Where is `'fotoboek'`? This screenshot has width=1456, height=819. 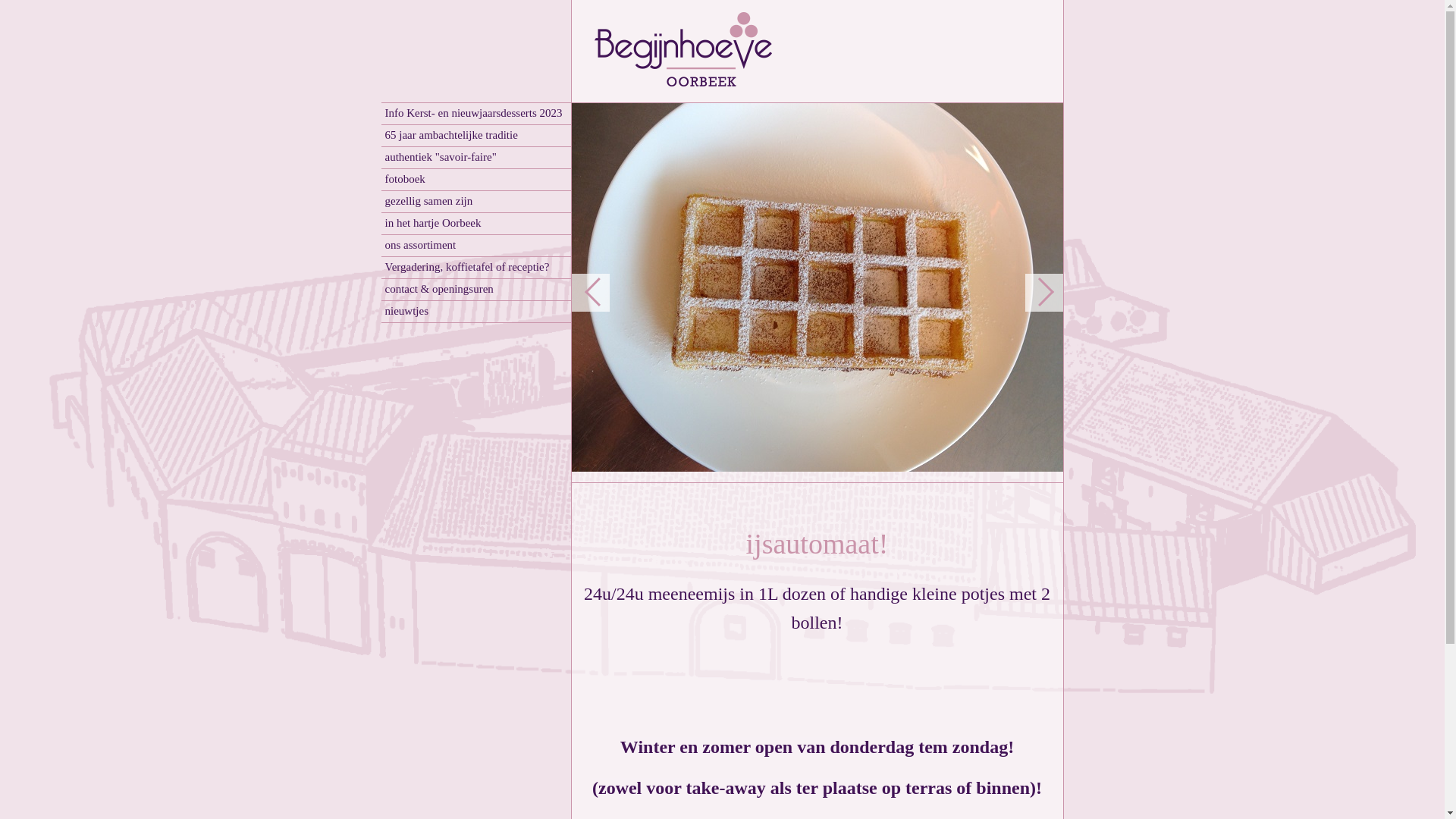
'fotoboek' is located at coordinates (475, 179).